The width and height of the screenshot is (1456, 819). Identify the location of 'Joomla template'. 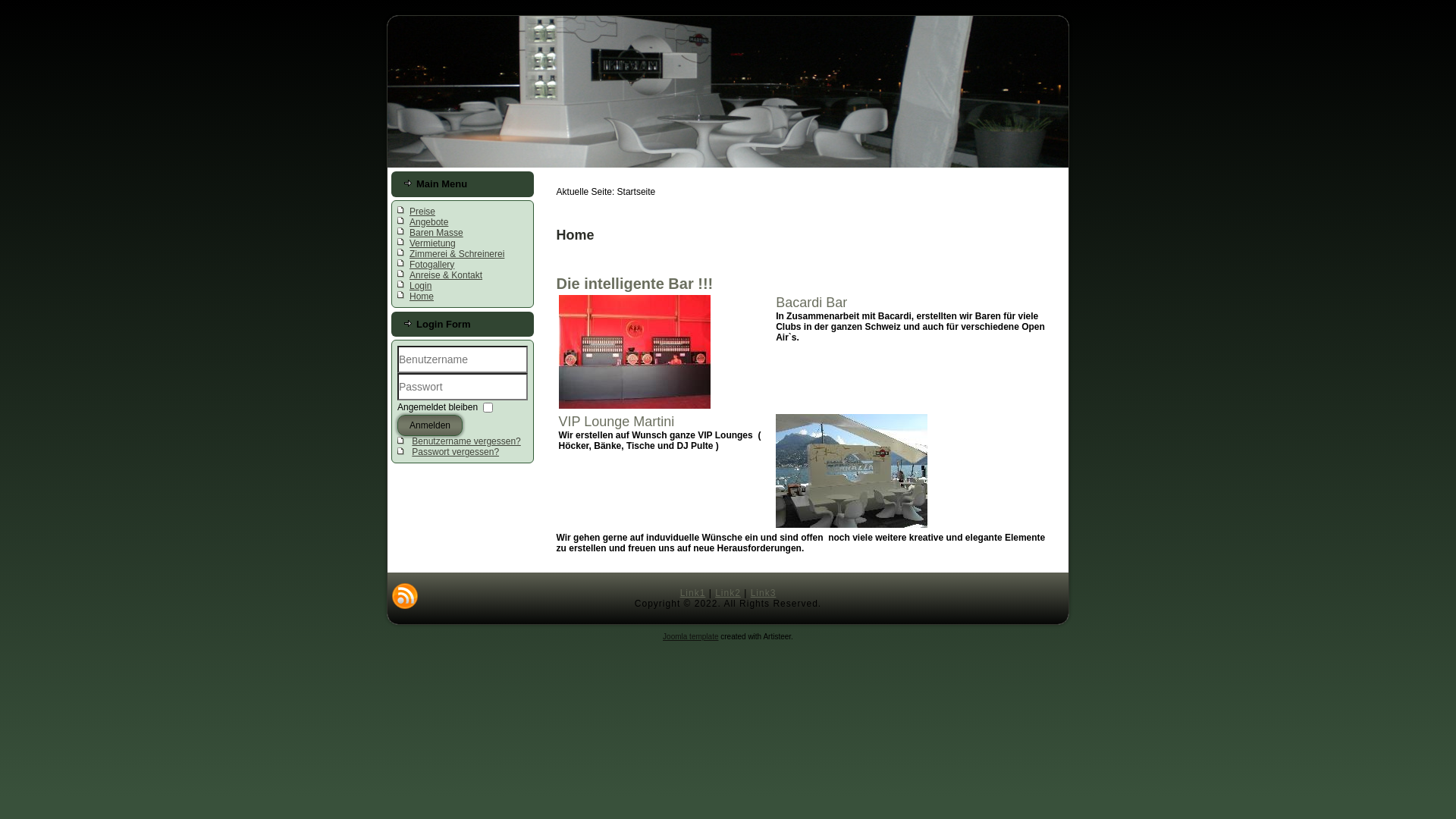
(662, 636).